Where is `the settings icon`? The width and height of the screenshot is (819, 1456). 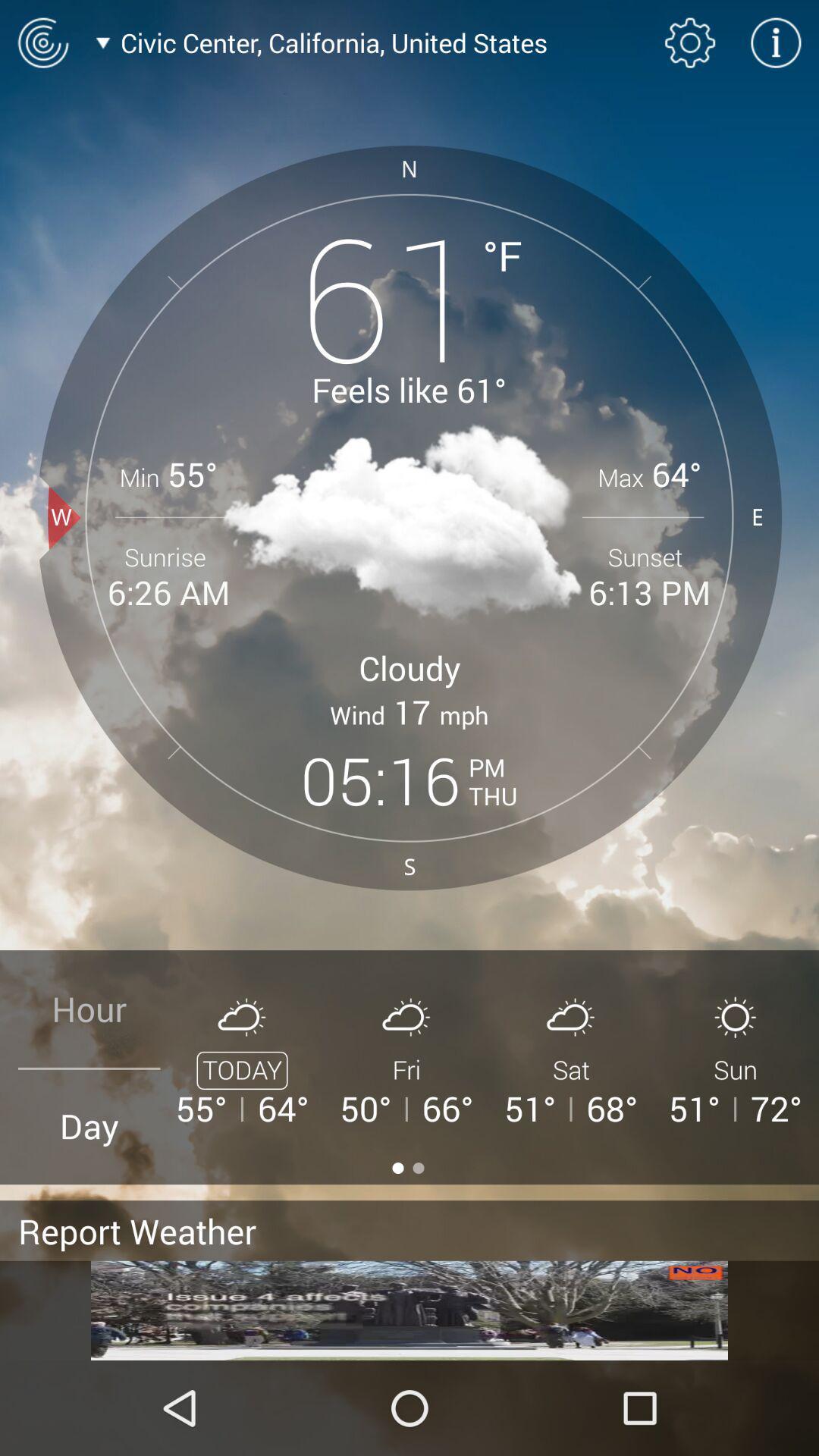 the settings icon is located at coordinates (690, 42).